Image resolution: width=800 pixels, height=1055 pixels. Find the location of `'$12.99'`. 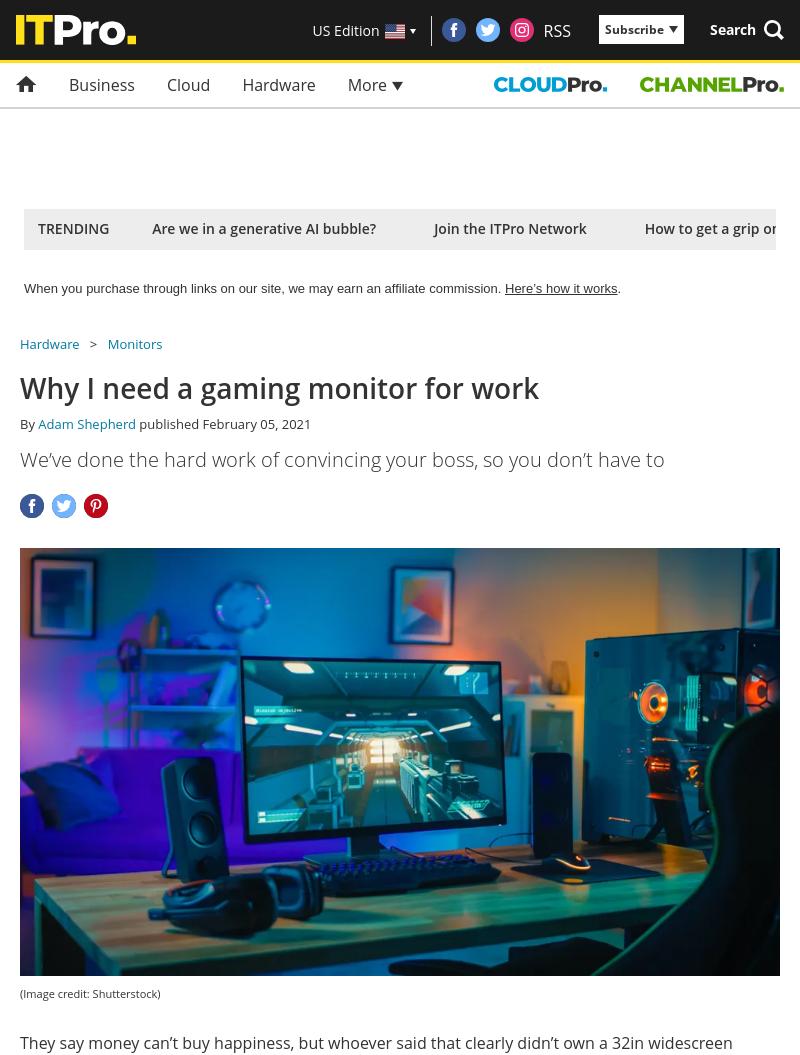

'$12.99' is located at coordinates (364, 331).